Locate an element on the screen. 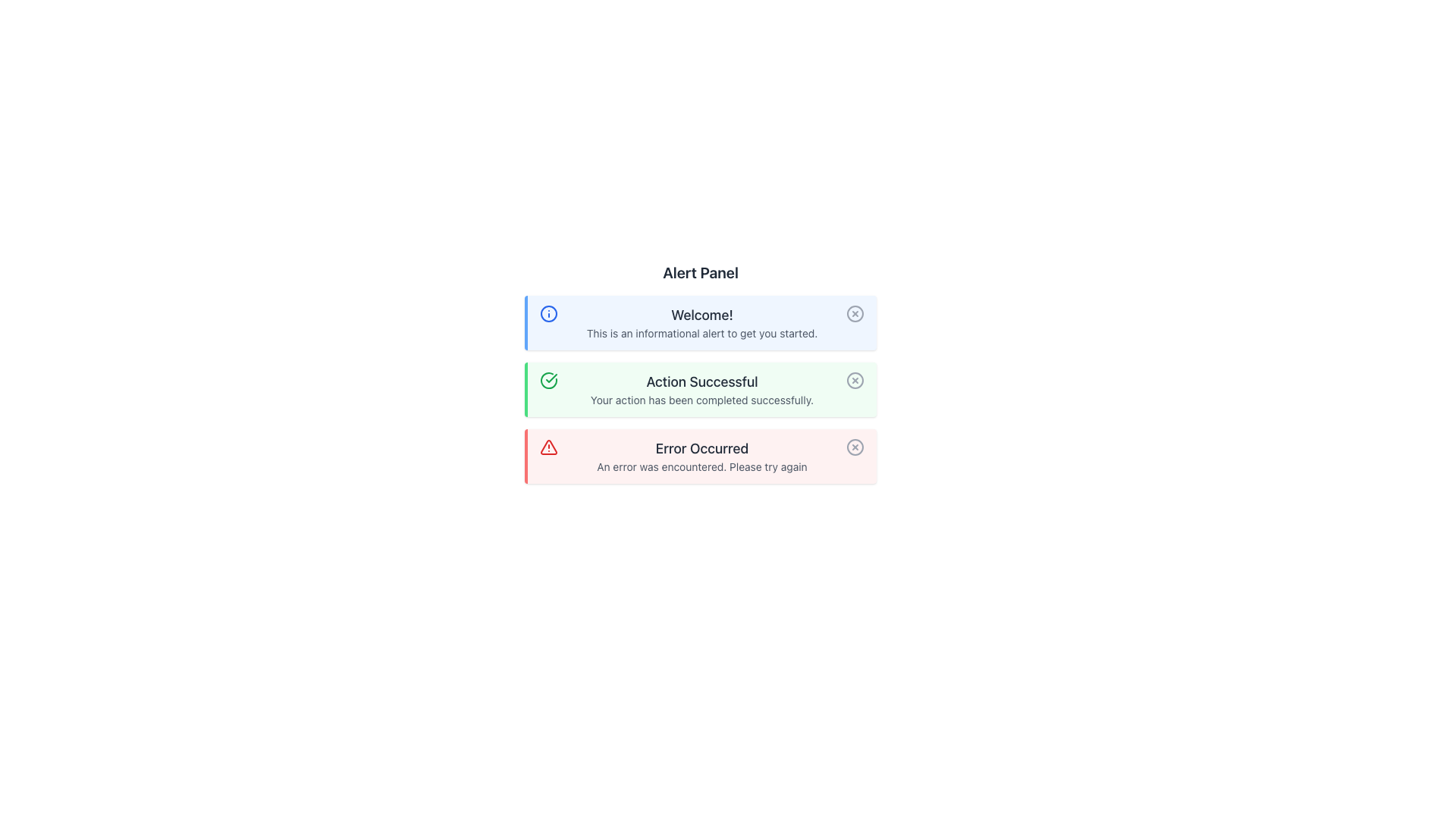 This screenshot has height=819, width=1456. error message displayed as the second line of the error alert box located underneath the 'Error Occurred' title is located at coordinates (701, 466).